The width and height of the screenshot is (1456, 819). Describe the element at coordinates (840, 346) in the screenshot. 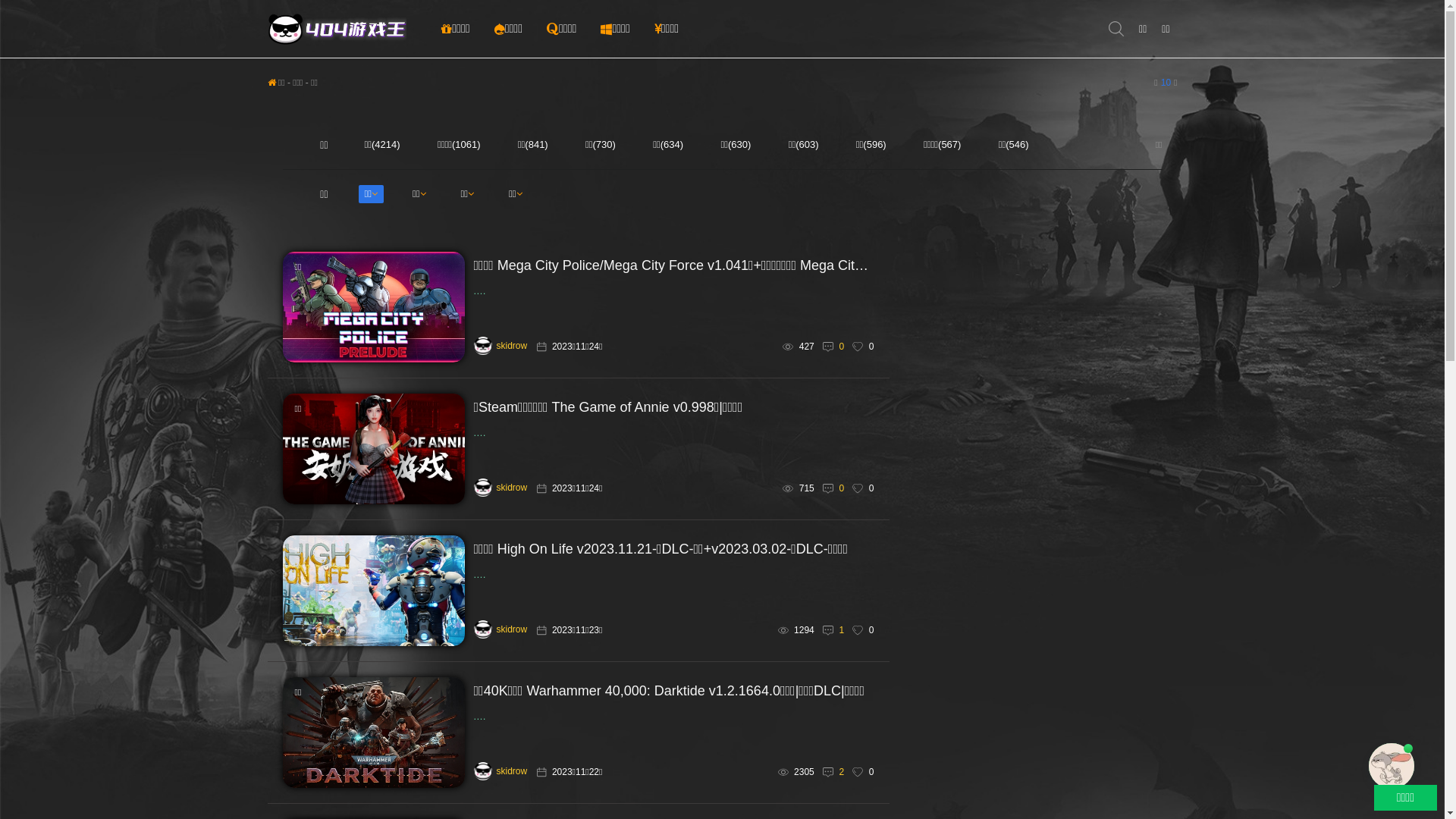

I see `'0'` at that location.